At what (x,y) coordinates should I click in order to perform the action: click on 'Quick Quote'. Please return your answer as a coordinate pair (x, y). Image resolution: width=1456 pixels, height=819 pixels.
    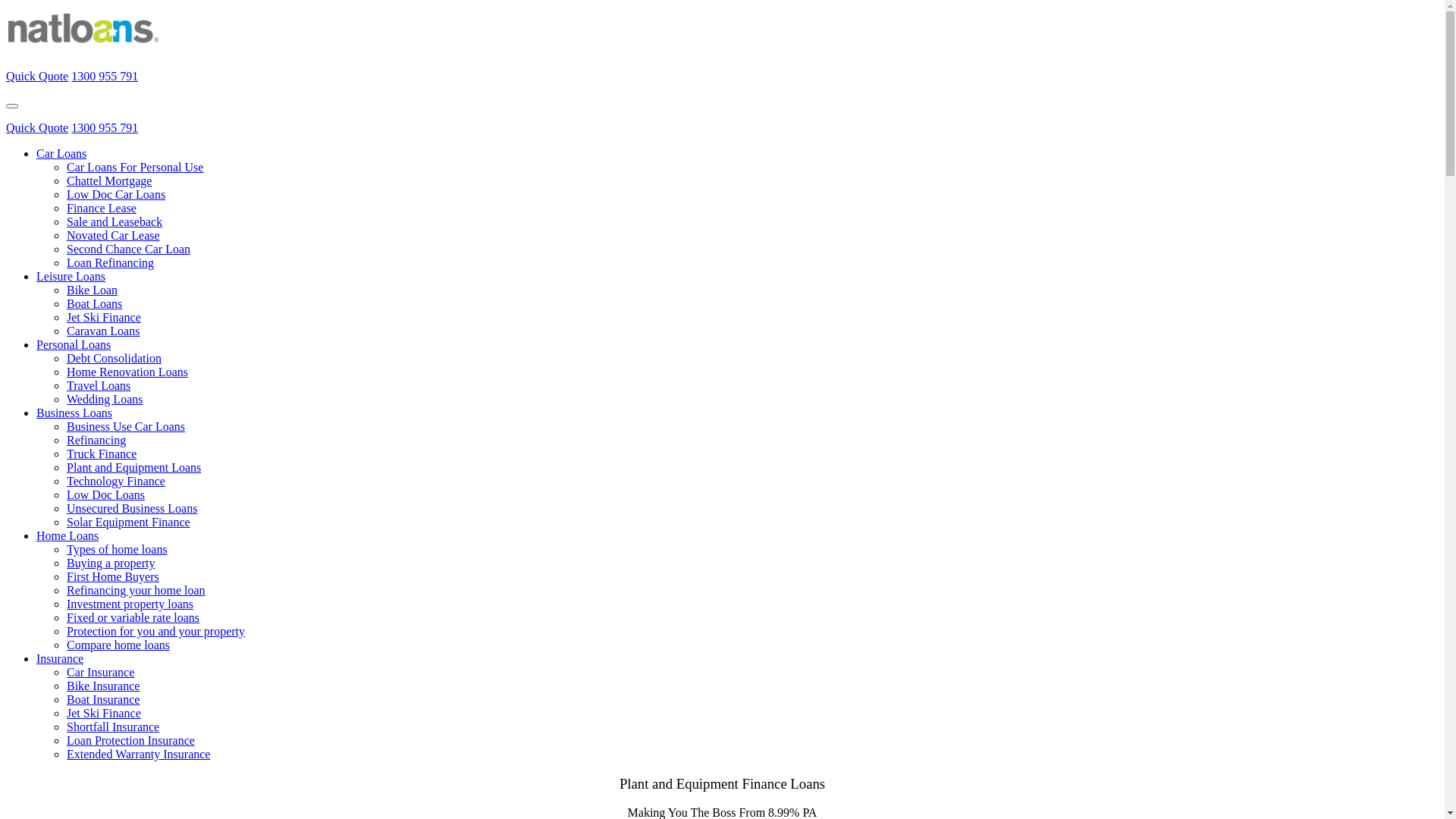
    Looking at the image, I should click on (36, 127).